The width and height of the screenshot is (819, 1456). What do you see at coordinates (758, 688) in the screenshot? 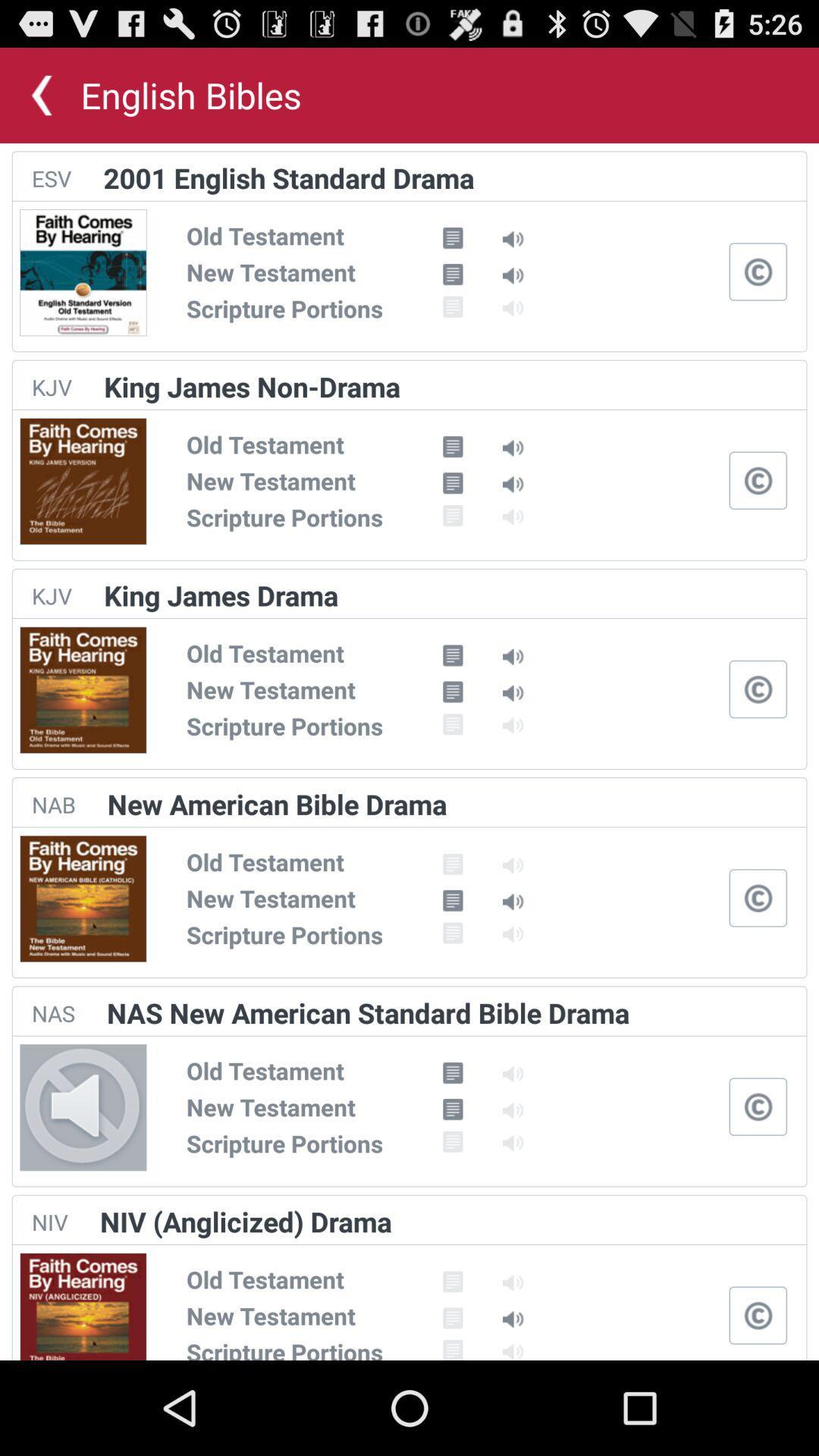
I see `shows copyright information` at bounding box center [758, 688].